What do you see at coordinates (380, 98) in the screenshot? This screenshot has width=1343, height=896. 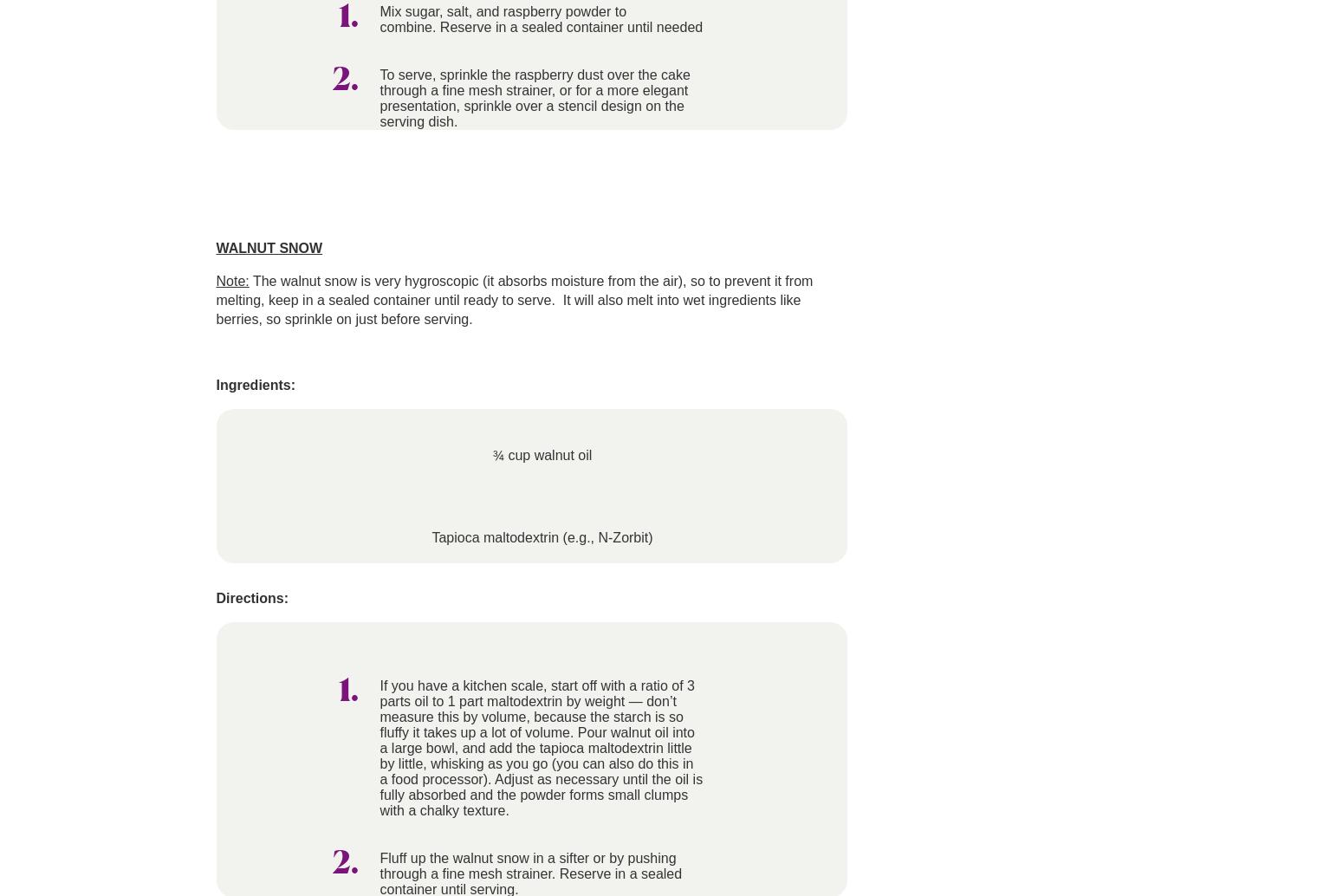 I see `'To serve, sprinkle the raspberry dust over the cake through a fine mesh strainer, or for a more elegant presentation, sprinkle over a stencil design on the serving dish.'` at bounding box center [380, 98].